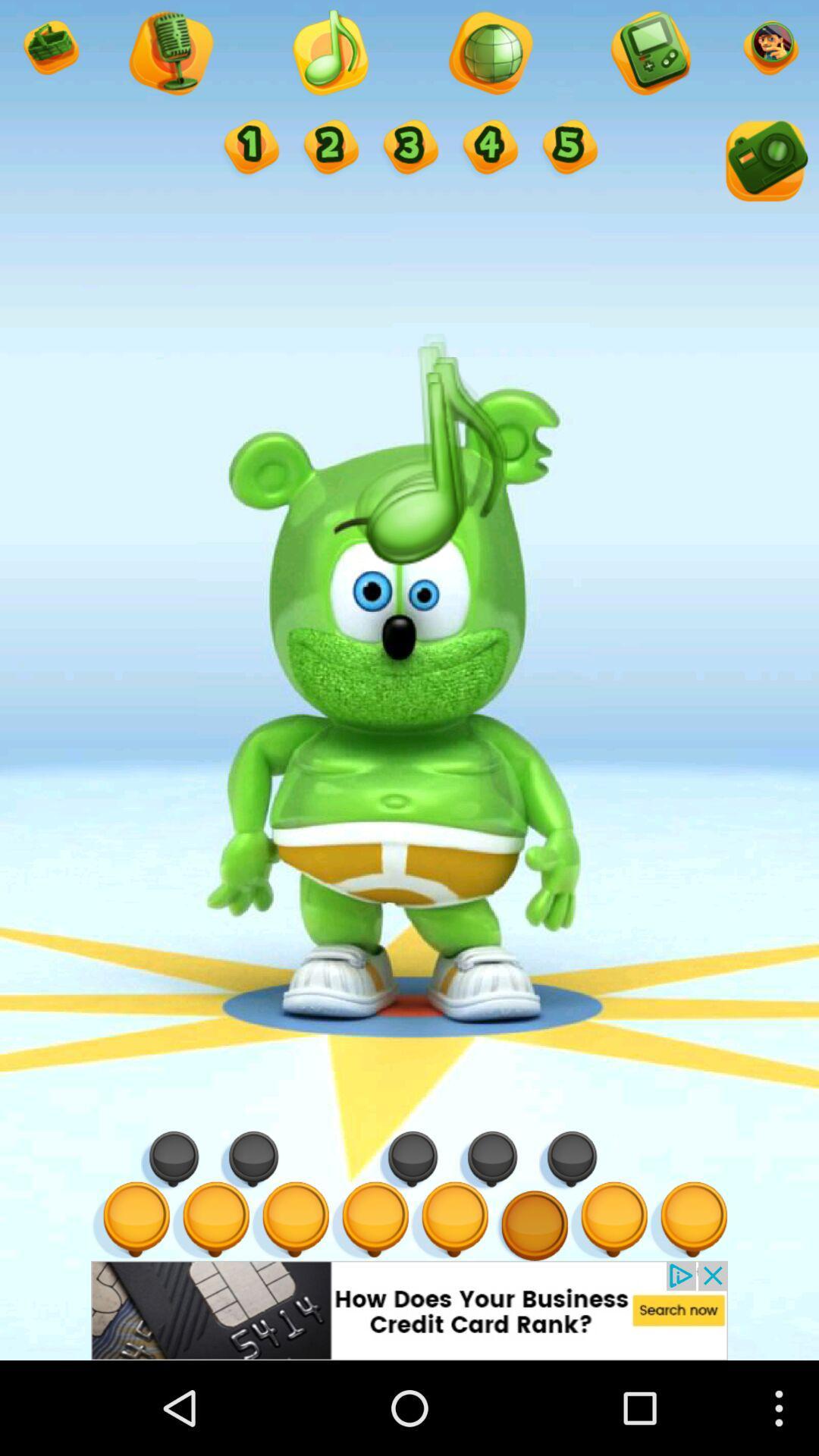  Describe the element at coordinates (249, 149) in the screenshot. I see `gummy bear talk` at that location.